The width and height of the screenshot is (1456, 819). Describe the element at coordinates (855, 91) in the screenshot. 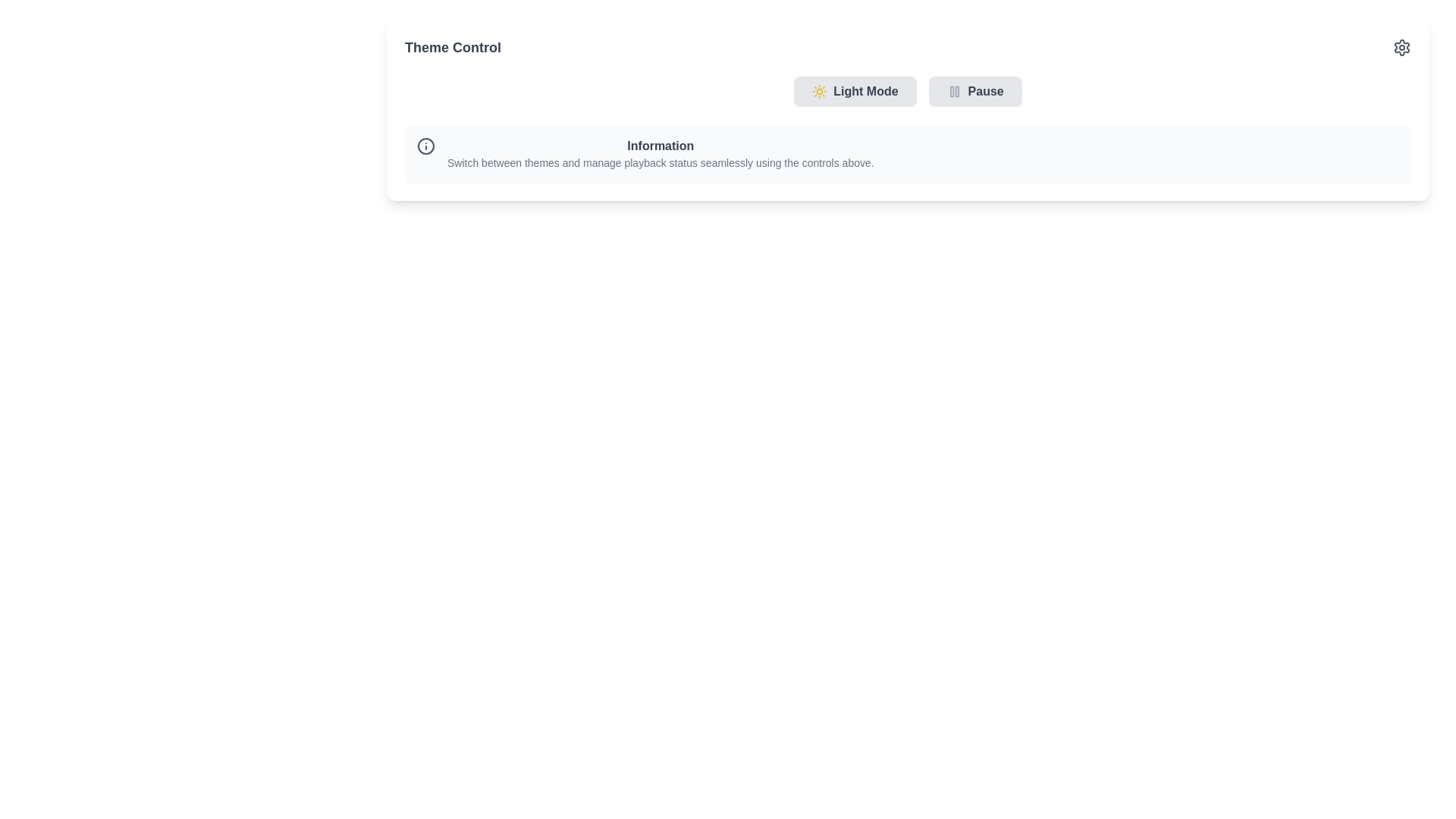

I see `the leftmost button under the 'Theme Control' heading` at that location.